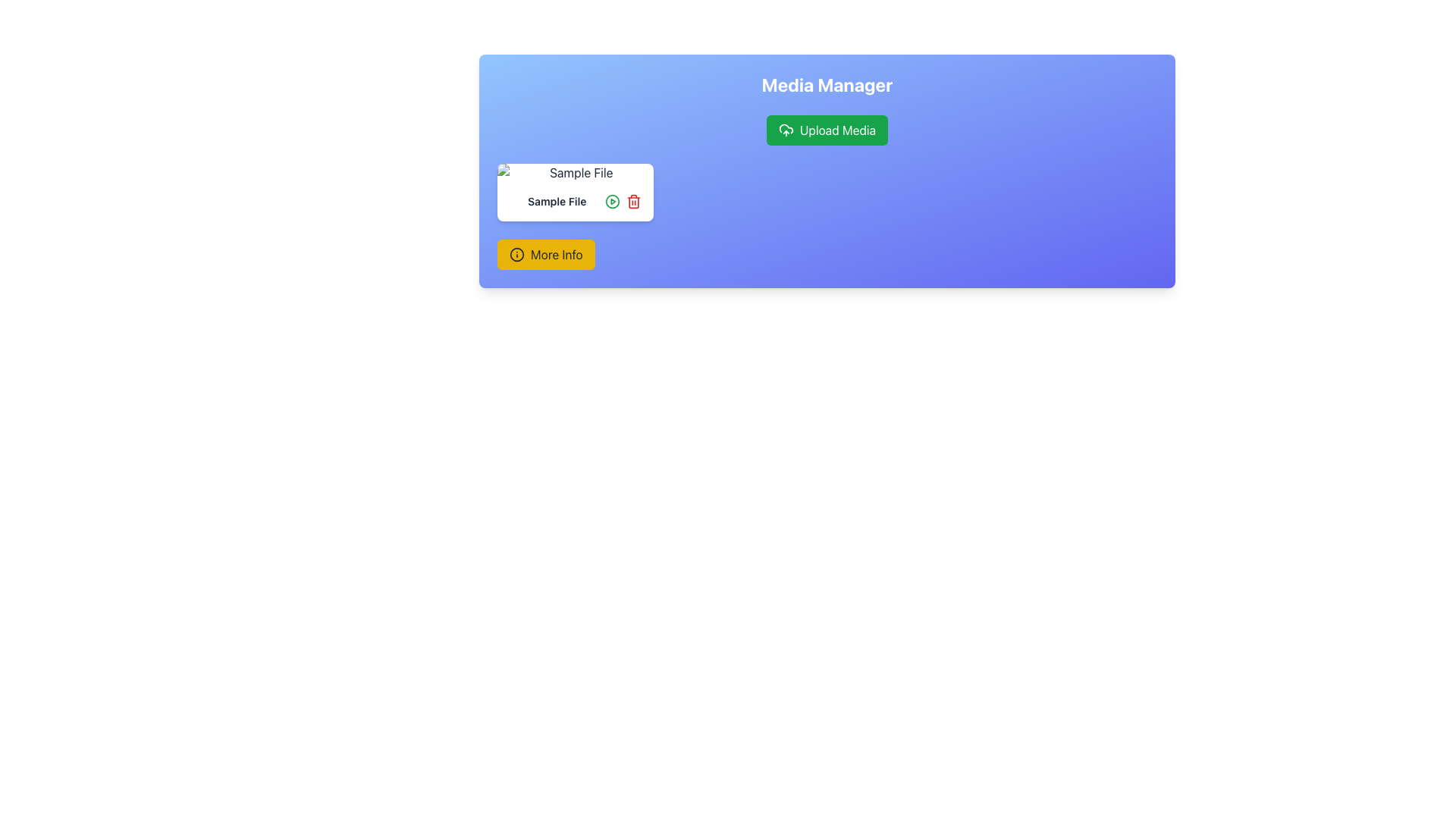 Image resolution: width=1456 pixels, height=819 pixels. What do you see at coordinates (633, 201) in the screenshot?
I see `the red trash bin icon located to the right of the green play button in the action group under the file representation to observe the scaling effect` at bounding box center [633, 201].